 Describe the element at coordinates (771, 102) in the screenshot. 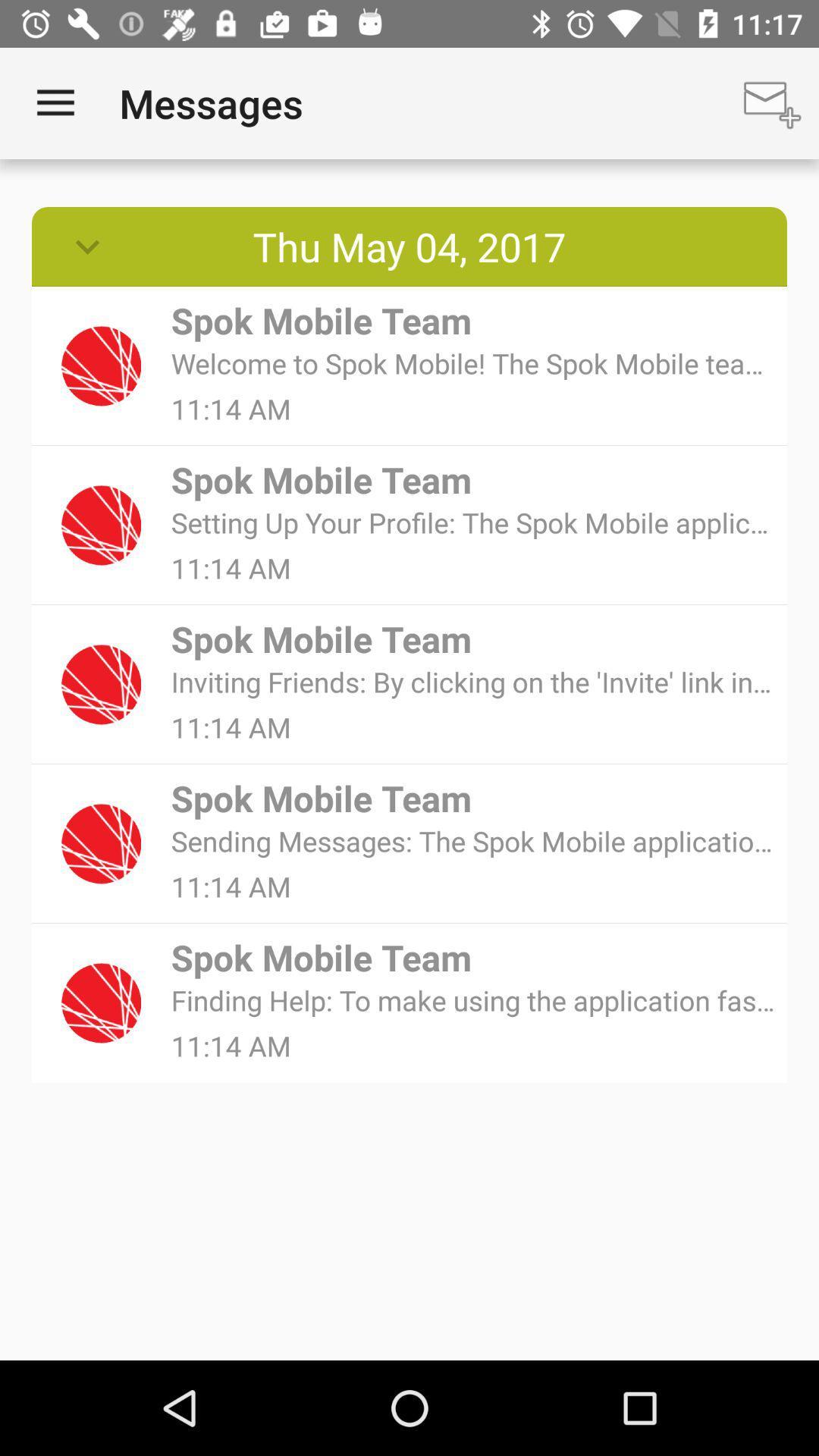

I see `the icon next to the messages app` at that location.